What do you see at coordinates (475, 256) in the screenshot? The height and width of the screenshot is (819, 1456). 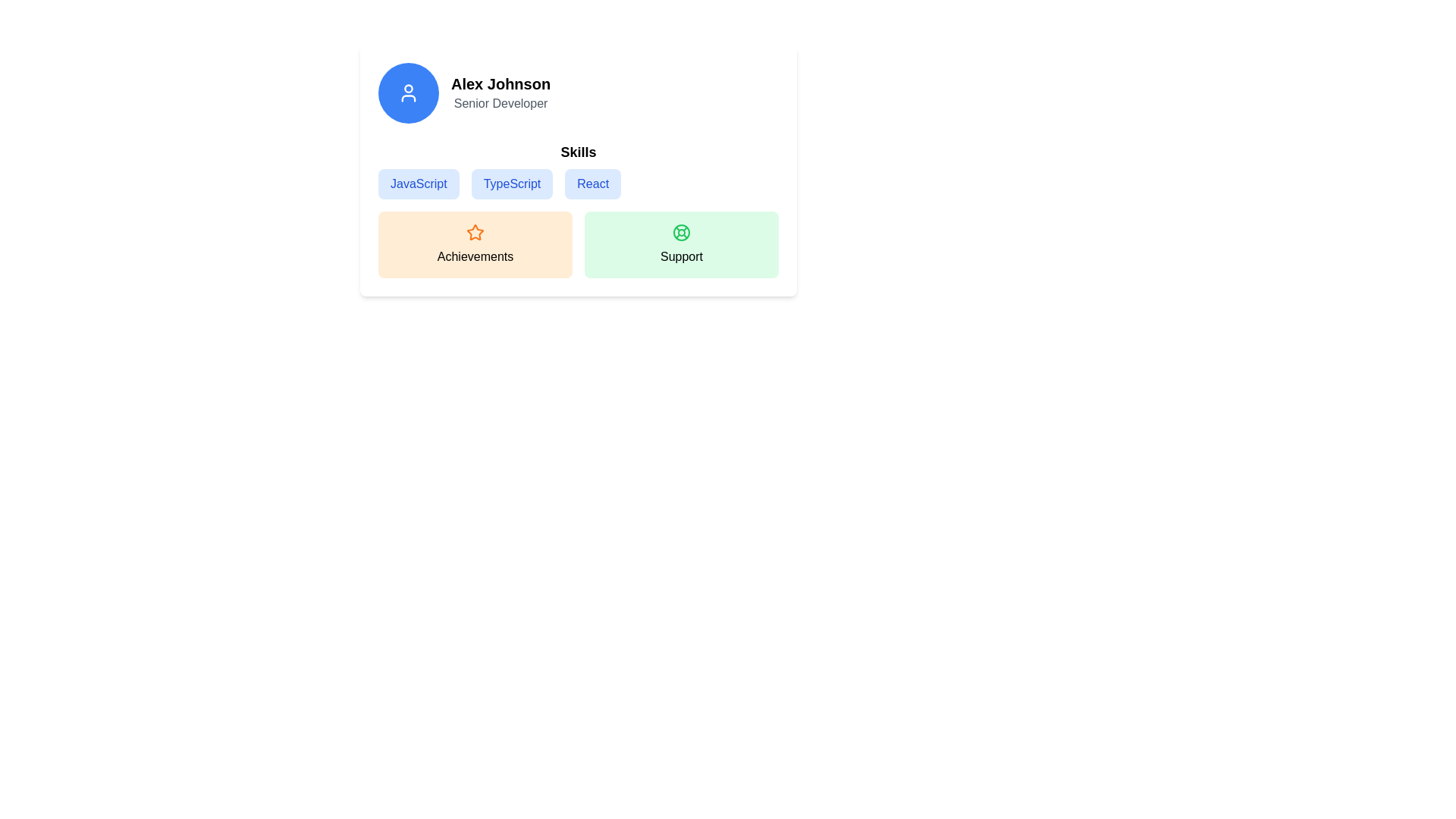 I see `the text label indicating achievements, which is located in the middle section of the light orange panel within the profile card, below a centered star icon` at bounding box center [475, 256].